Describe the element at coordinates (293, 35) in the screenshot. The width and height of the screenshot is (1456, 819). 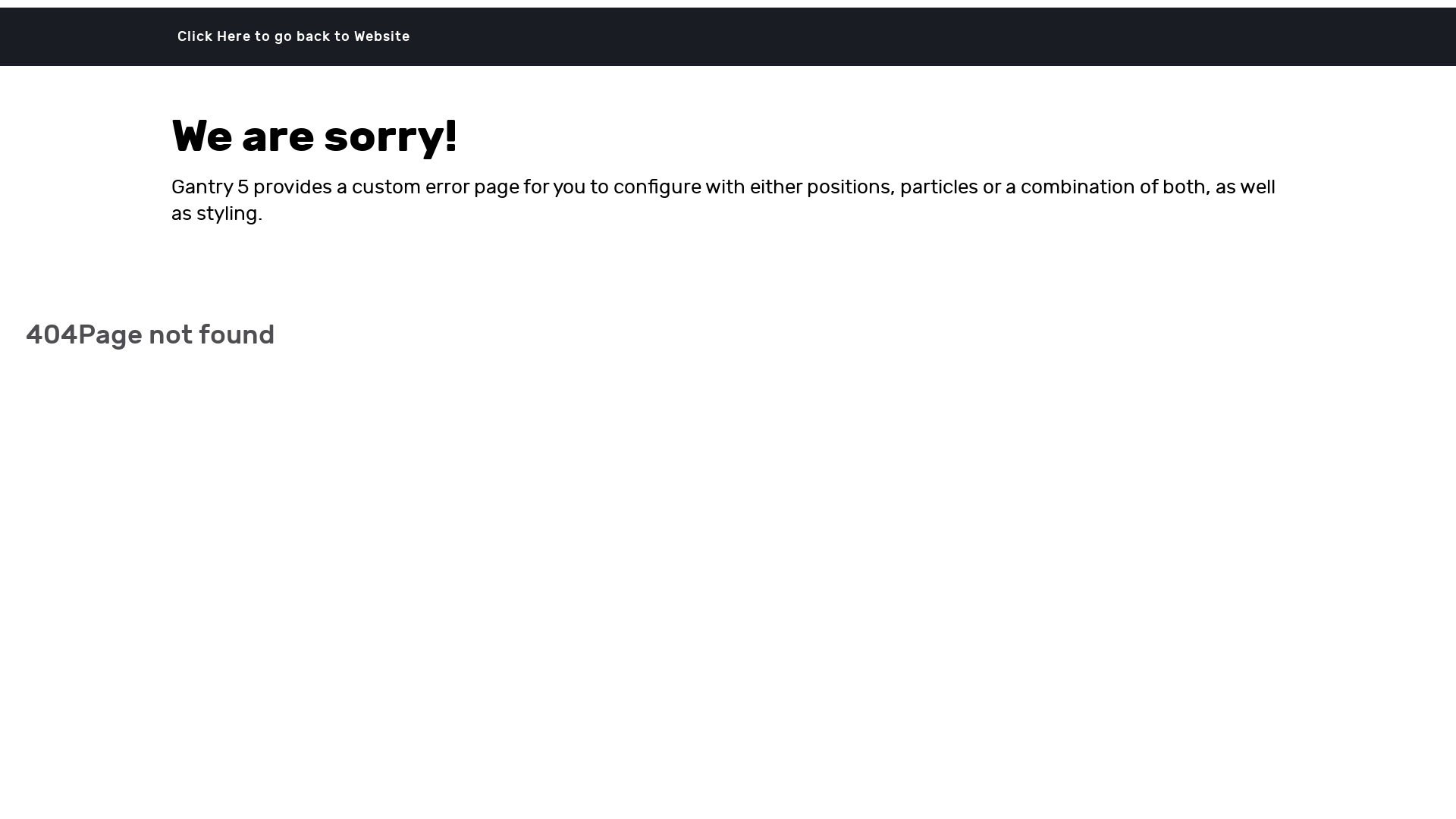
I see `'Click Here to go back to Website'` at that location.